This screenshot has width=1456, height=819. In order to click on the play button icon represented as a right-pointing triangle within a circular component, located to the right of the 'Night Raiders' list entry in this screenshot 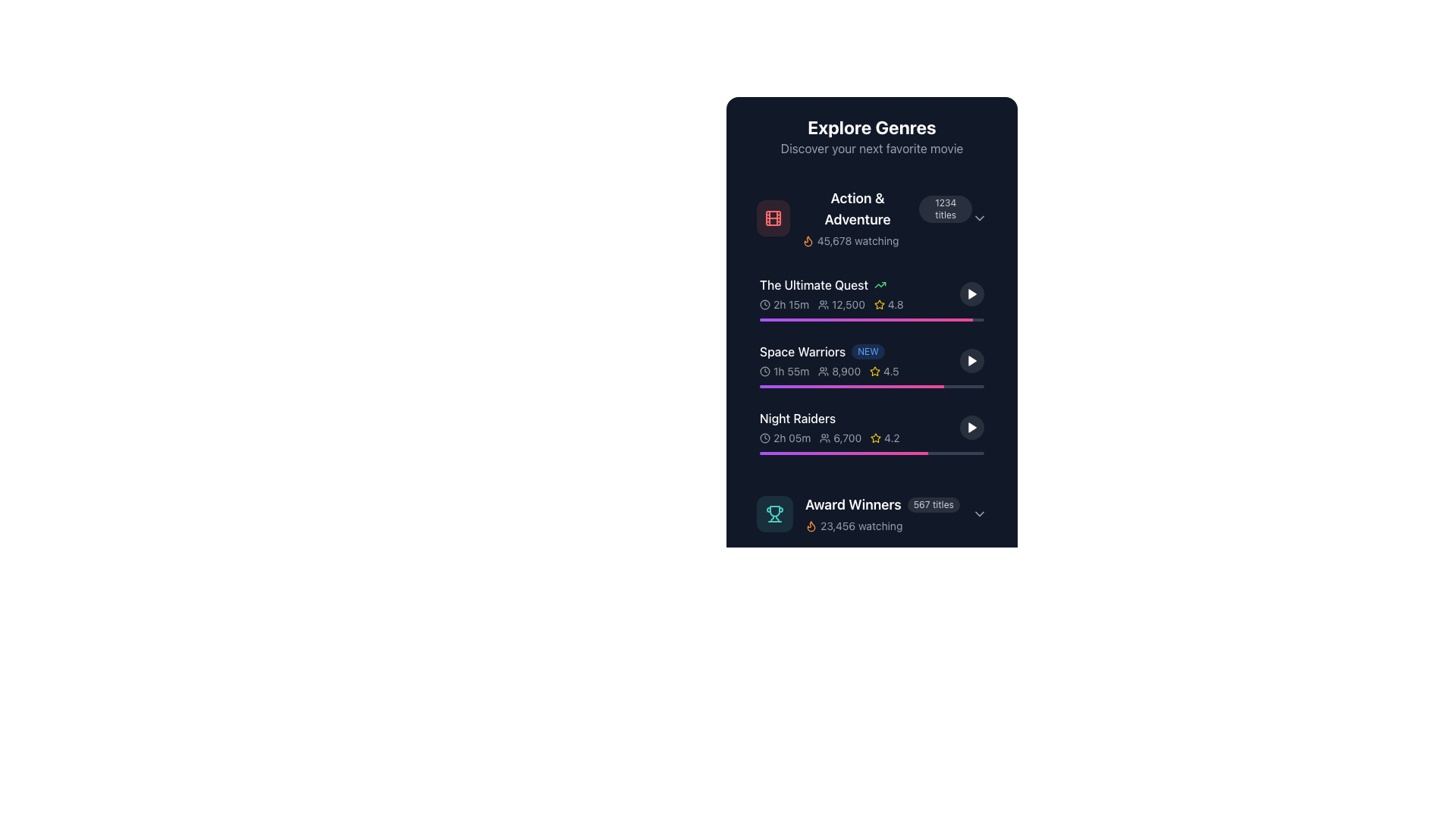, I will do `click(971, 427)`.